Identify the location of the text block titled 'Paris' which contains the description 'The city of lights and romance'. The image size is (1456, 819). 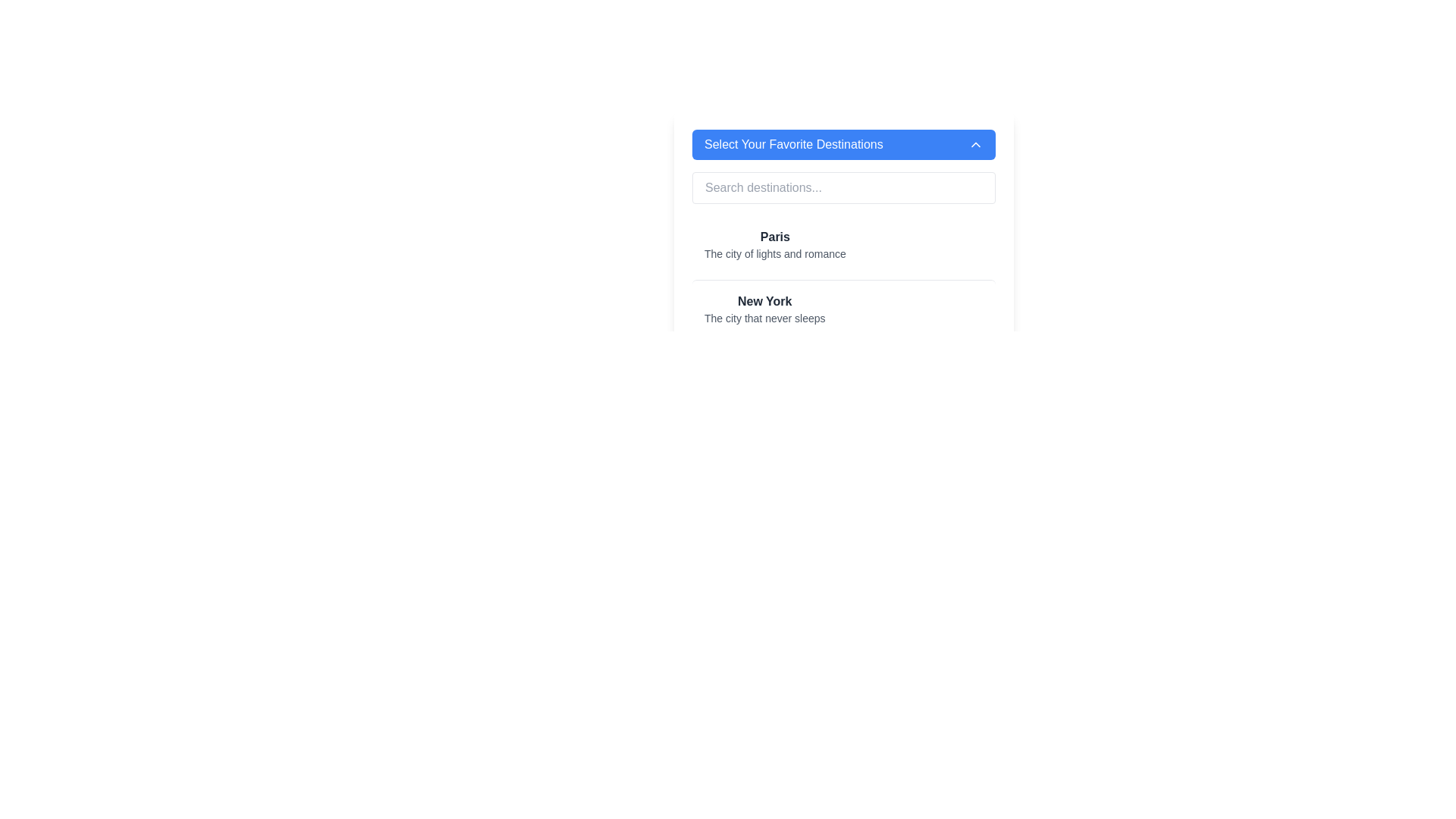
(775, 244).